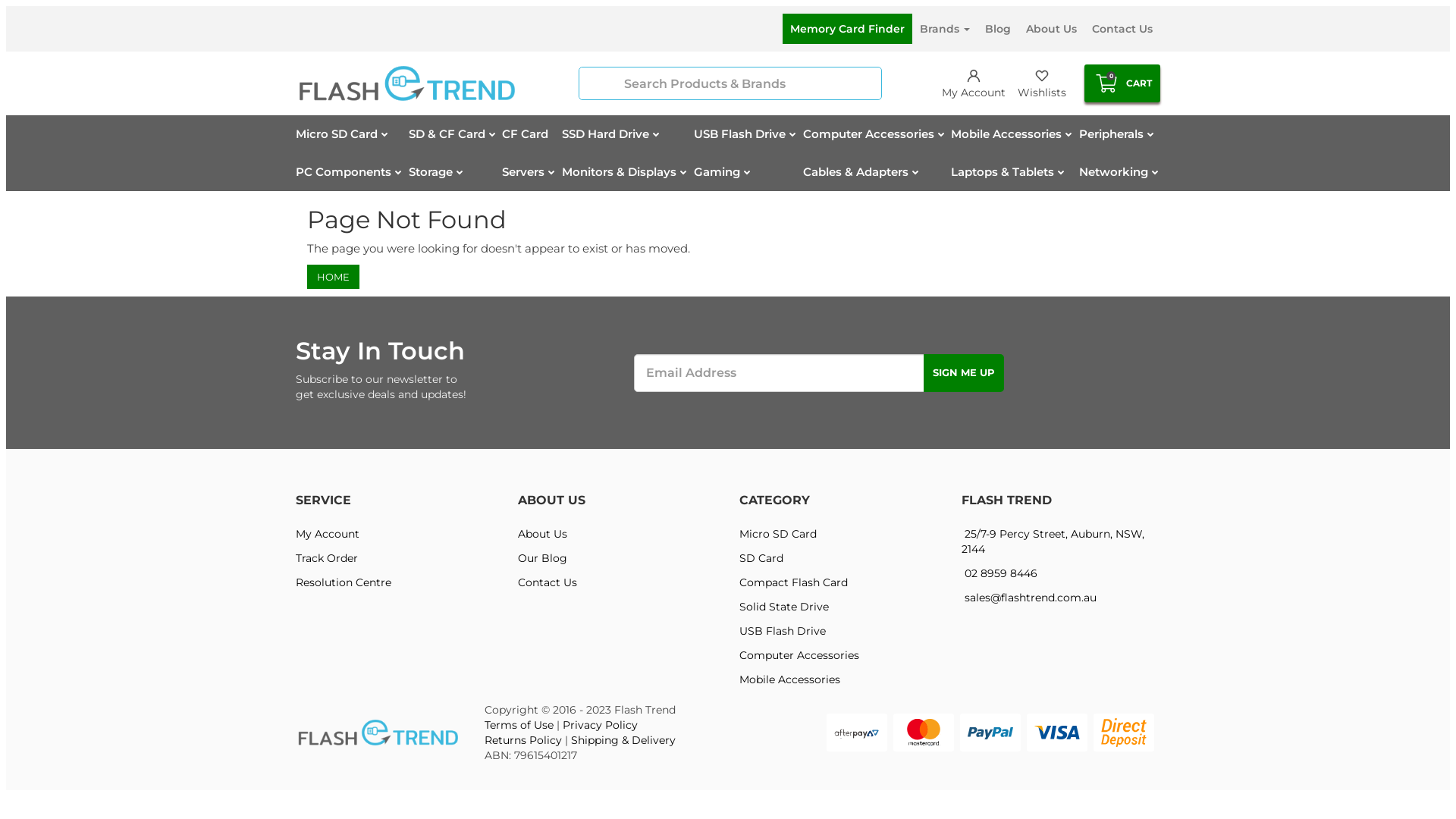 Image resolution: width=1456 pixels, height=819 pixels. What do you see at coordinates (599, 724) in the screenshot?
I see `'Privacy Policy'` at bounding box center [599, 724].